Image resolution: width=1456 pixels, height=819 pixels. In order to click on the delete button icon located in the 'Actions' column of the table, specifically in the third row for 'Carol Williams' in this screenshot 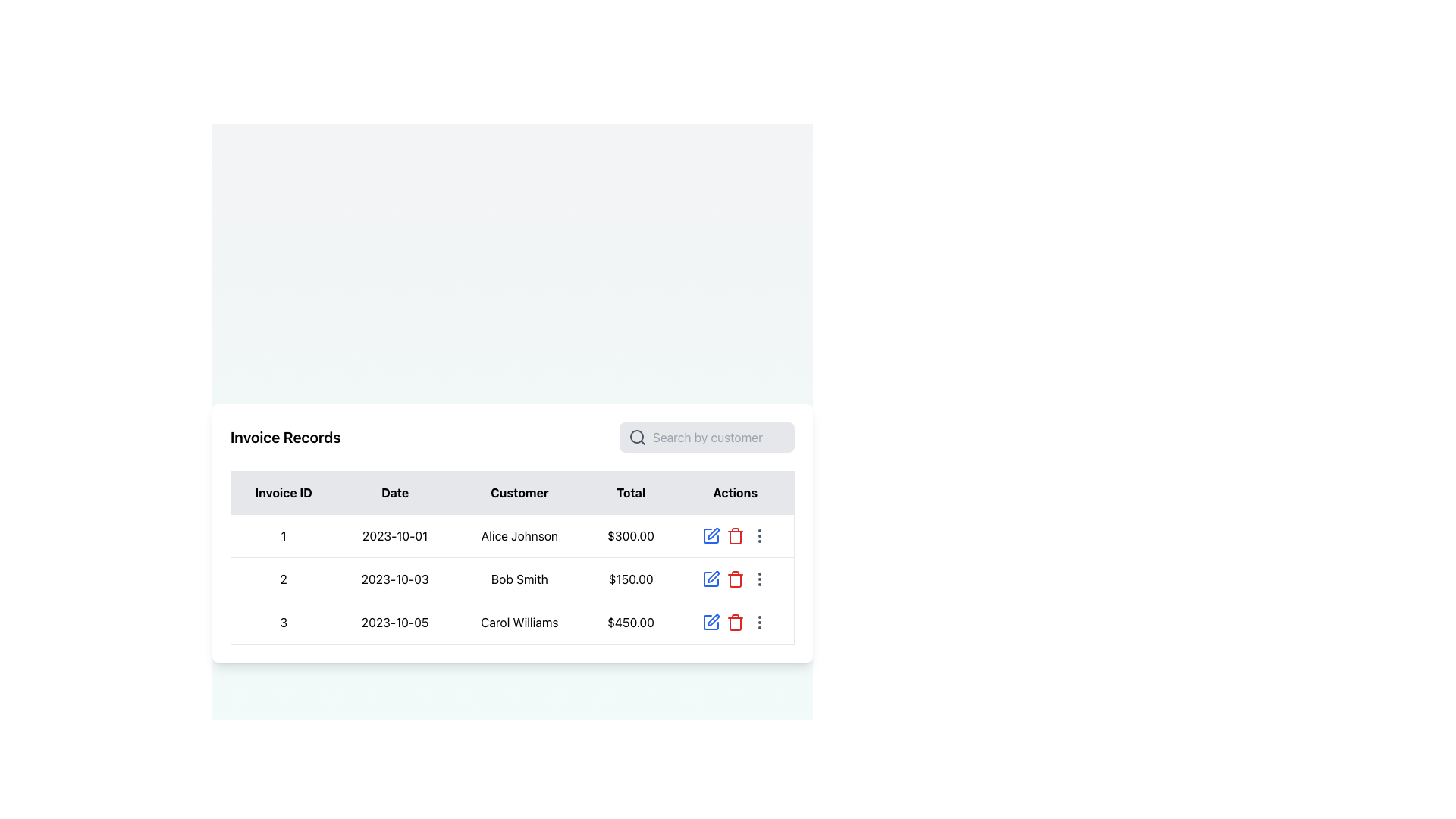, I will do `click(735, 536)`.